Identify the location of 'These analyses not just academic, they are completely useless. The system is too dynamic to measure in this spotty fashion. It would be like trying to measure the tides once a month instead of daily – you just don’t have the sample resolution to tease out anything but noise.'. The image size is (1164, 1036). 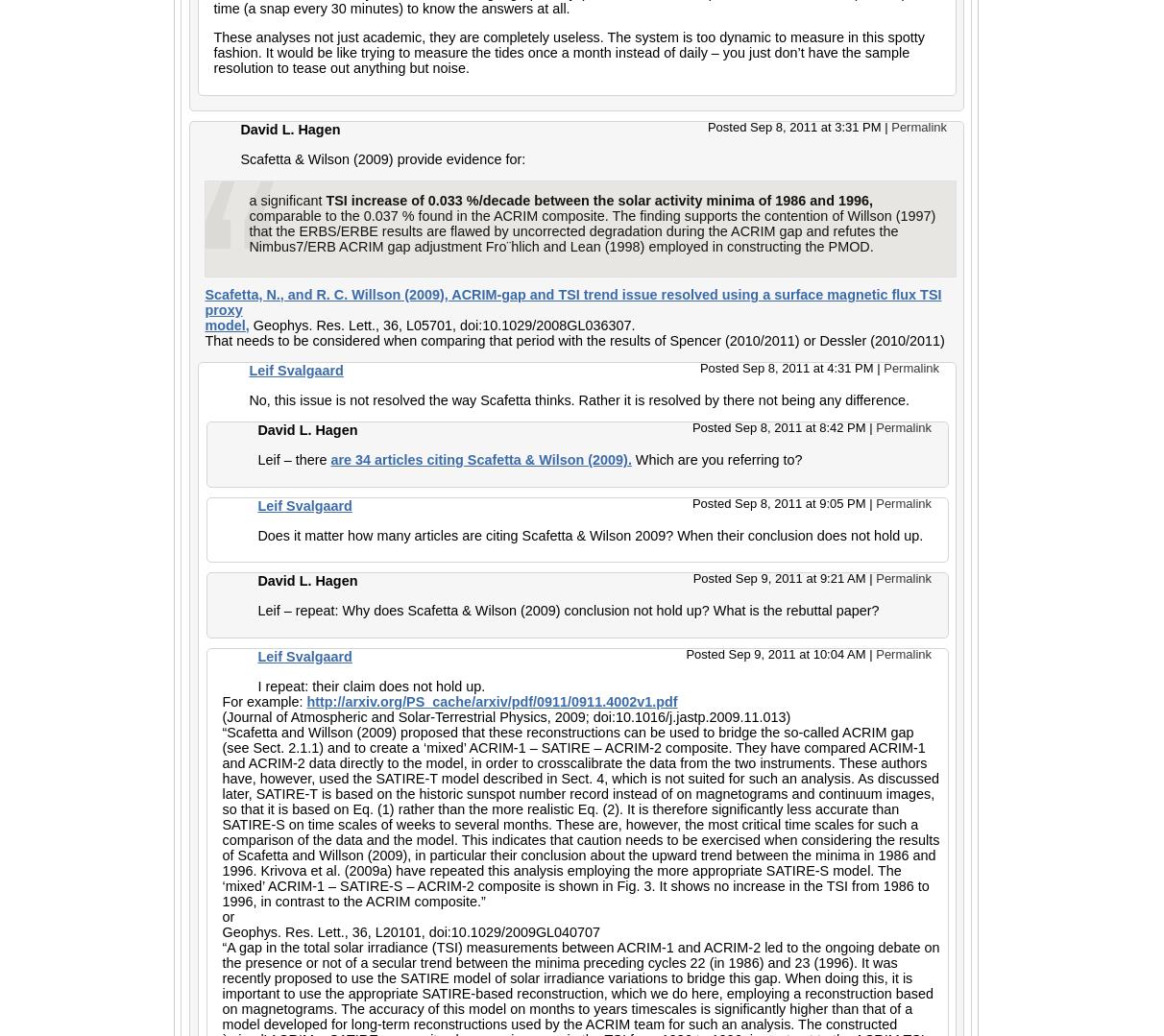
(568, 52).